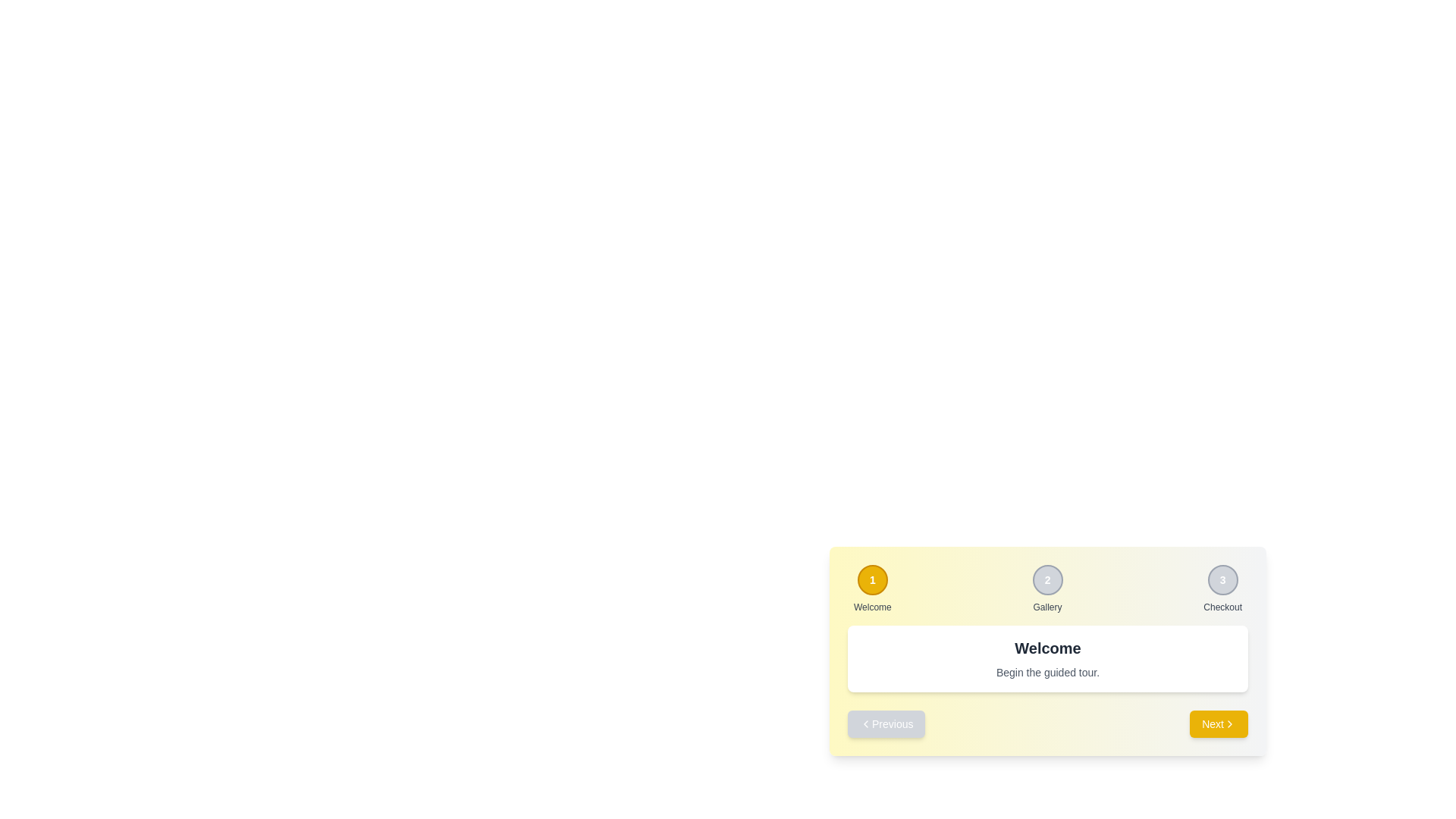 Image resolution: width=1456 pixels, height=819 pixels. Describe the element at coordinates (1046, 607) in the screenshot. I see `the text label displaying 'Gallery' in small, gray font, which is centered below the rounded icon labeled '2'` at that location.